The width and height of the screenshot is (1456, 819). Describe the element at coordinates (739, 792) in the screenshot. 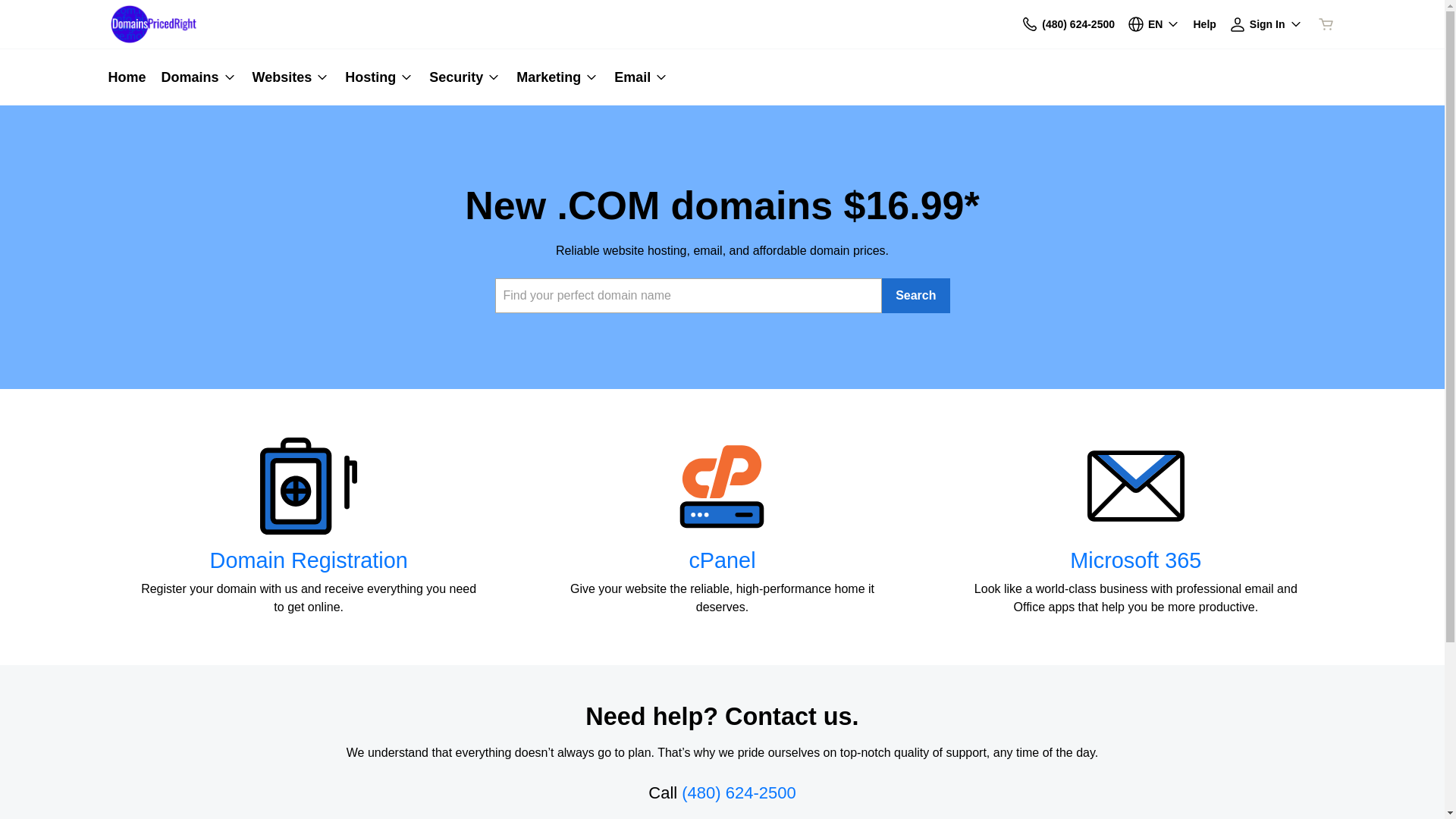

I see `'(480) 624-2500'` at that location.